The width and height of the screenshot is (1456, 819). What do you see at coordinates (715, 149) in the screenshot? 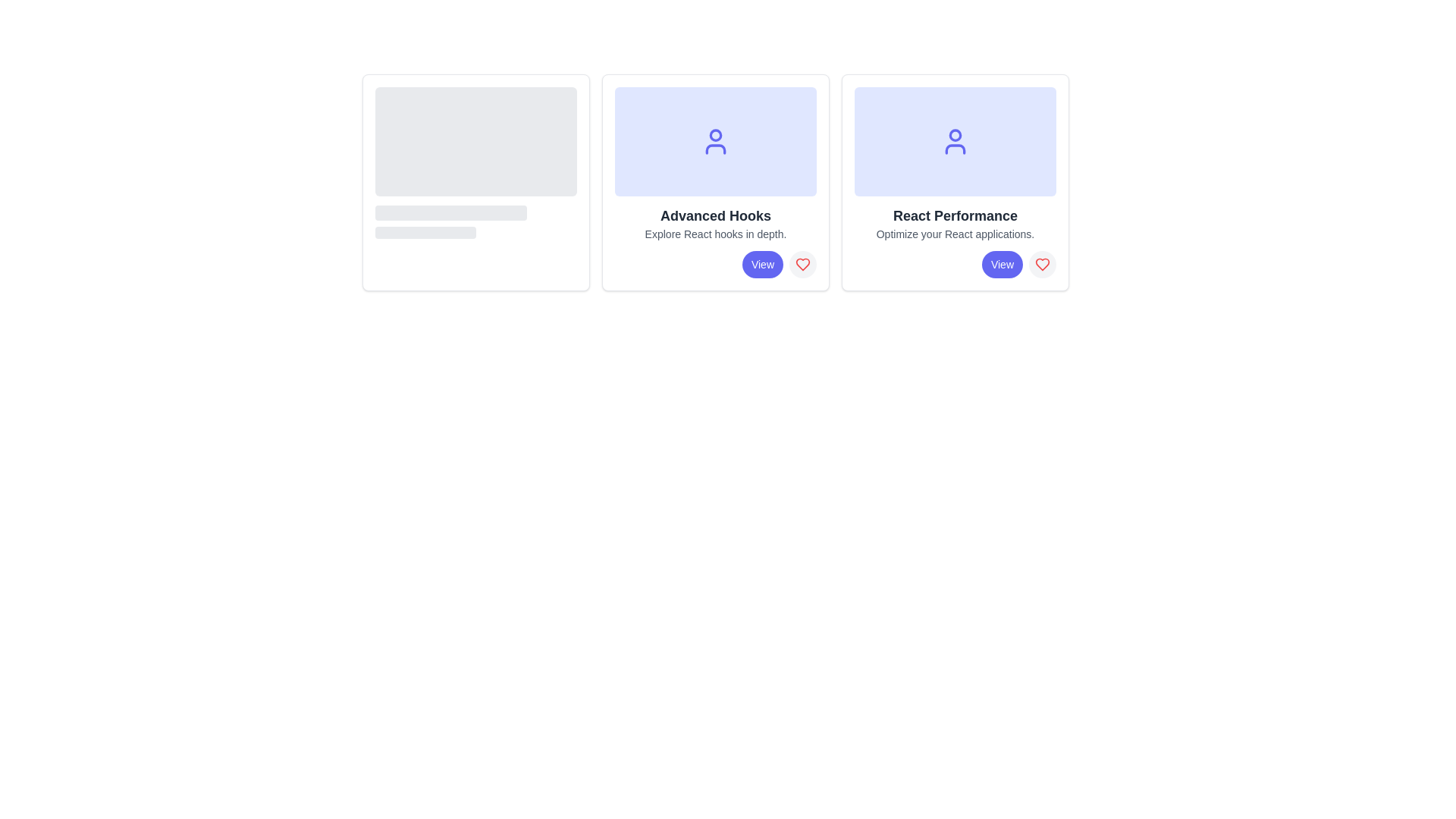
I see `lower part of the SVG graphic representing the user profile within the 'Advanced Hooks' card by using development tools` at bounding box center [715, 149].